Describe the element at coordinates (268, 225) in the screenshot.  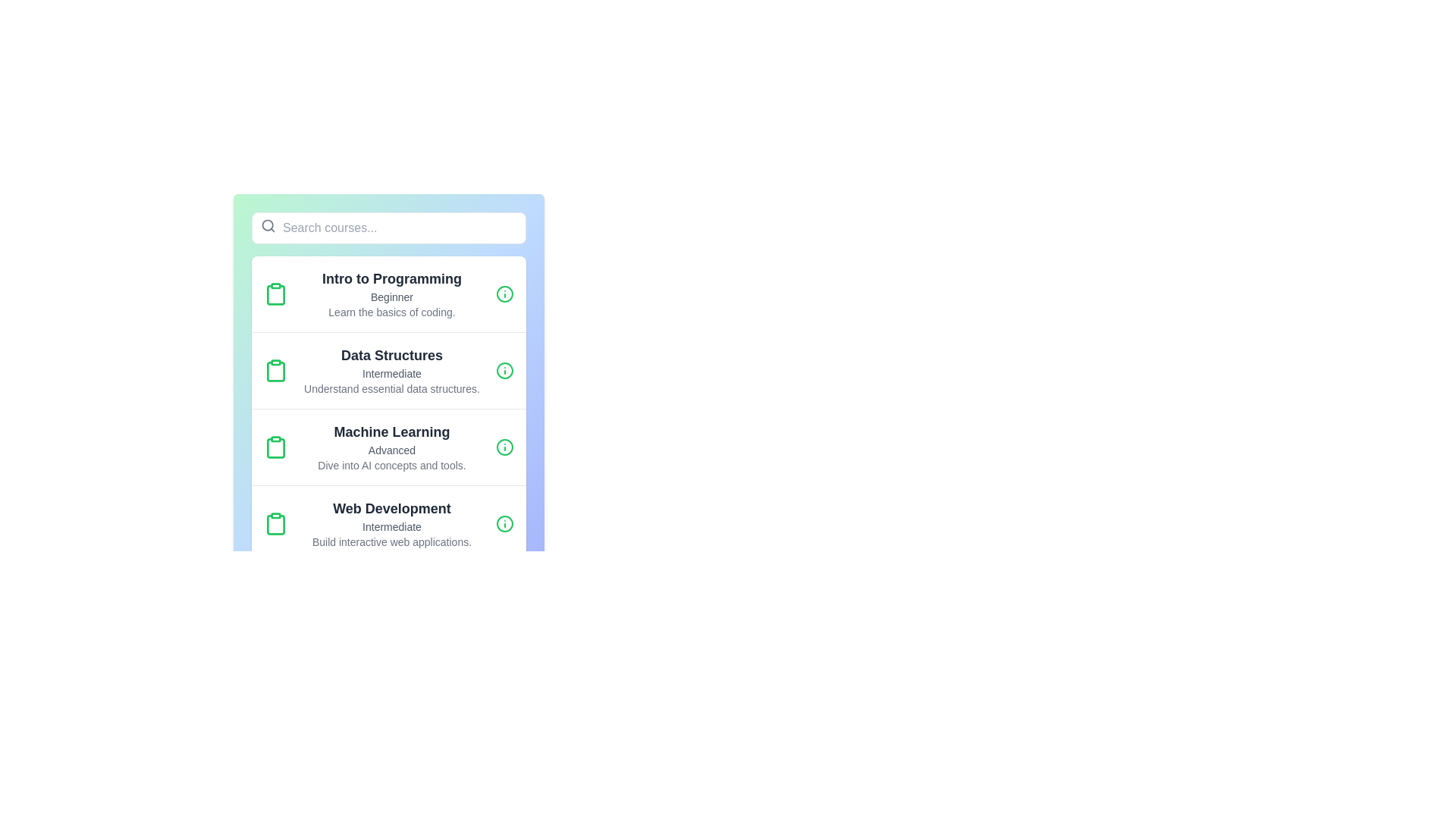
I see `the search icon, which resembles a magnifying glass and is positioned to the left of the input field labeled 'Search courses...'` at that location.